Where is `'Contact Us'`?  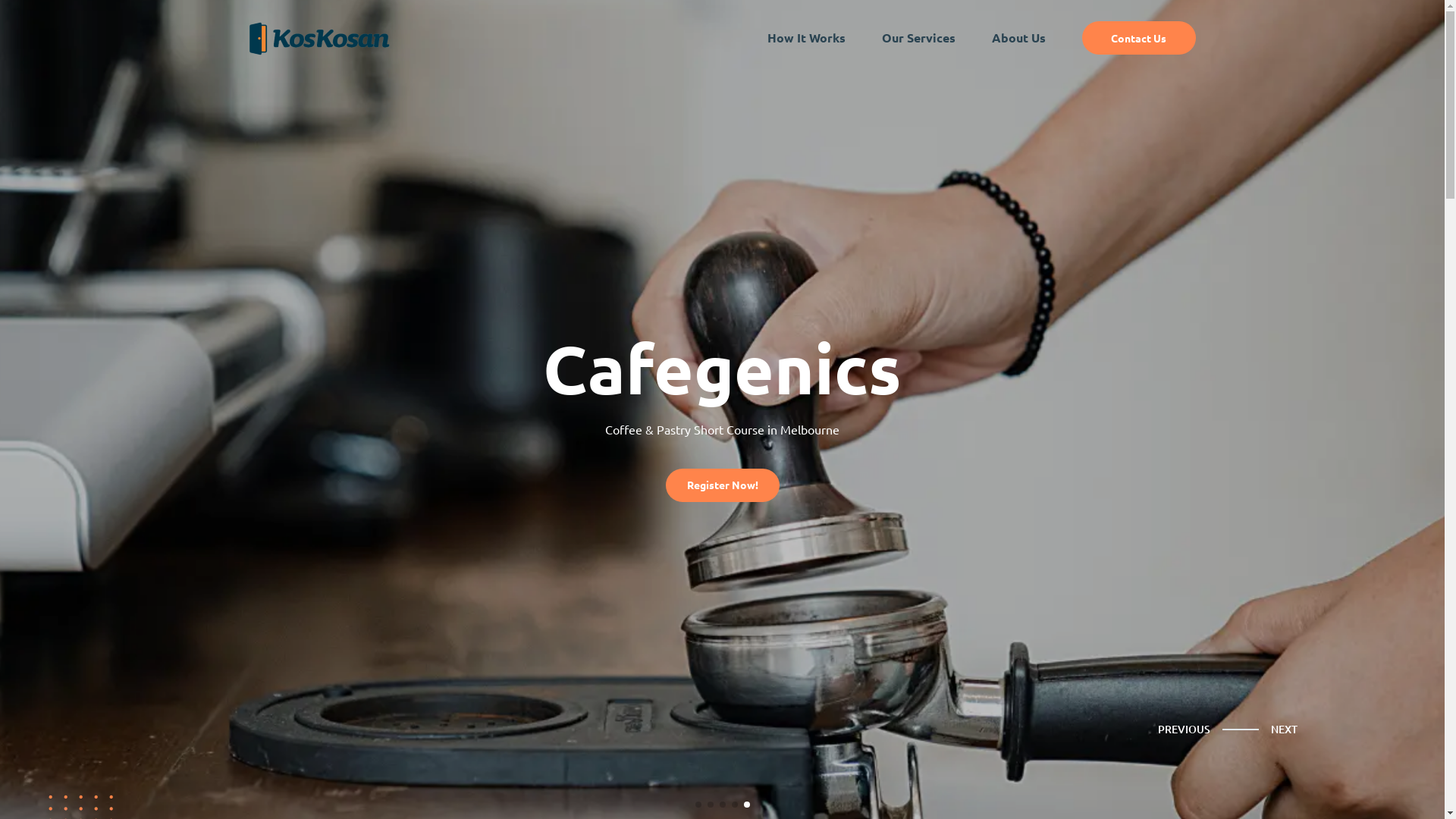
'Contact Us' is located at coordinates (1138, 37).